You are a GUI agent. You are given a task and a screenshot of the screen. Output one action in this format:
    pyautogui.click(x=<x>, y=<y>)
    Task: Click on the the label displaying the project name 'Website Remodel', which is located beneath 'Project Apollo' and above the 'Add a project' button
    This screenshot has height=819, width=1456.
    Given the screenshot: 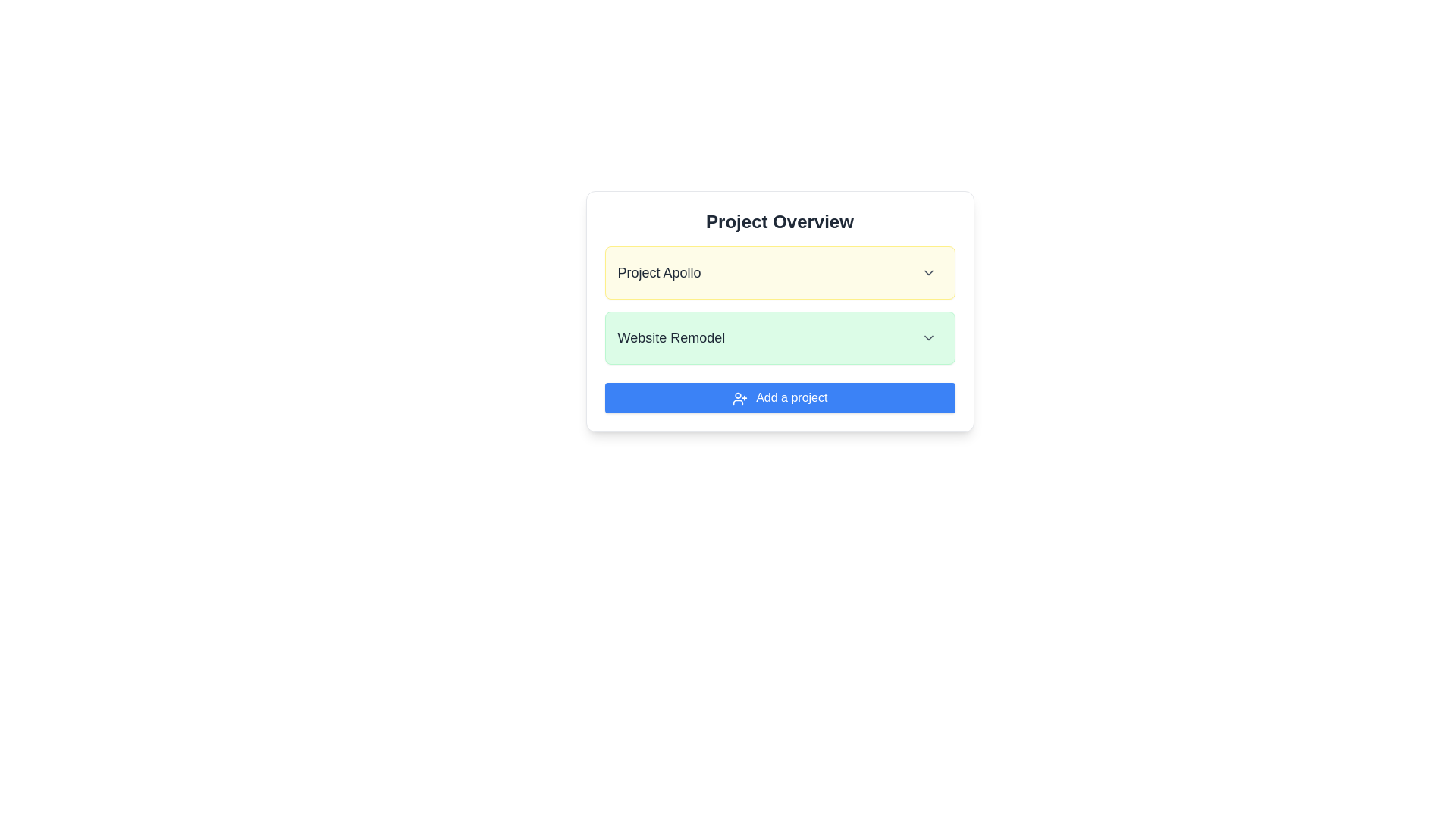 What is the action you would take?
    pyautogui.click(x=670, y=337)
    